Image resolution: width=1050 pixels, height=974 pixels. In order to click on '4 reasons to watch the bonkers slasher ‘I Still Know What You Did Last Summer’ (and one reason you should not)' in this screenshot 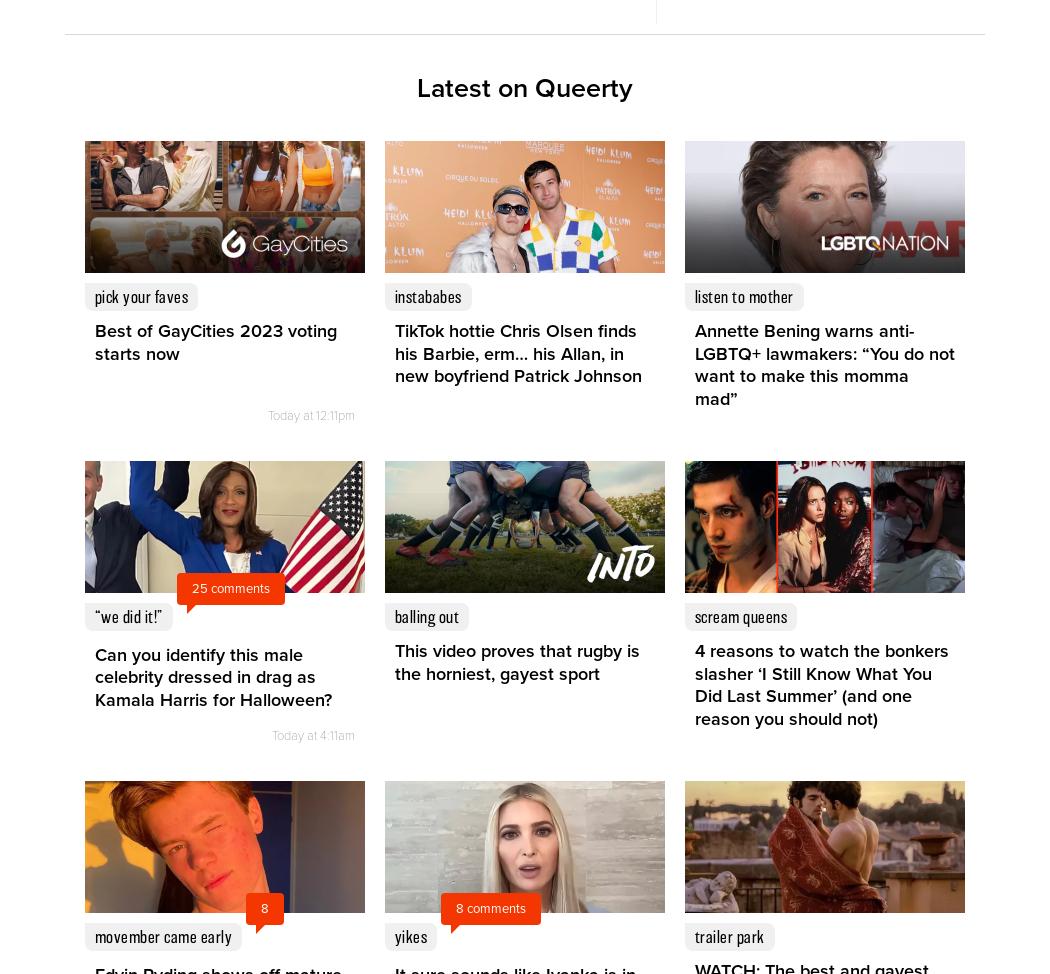, I will do `click(821, 684)`.